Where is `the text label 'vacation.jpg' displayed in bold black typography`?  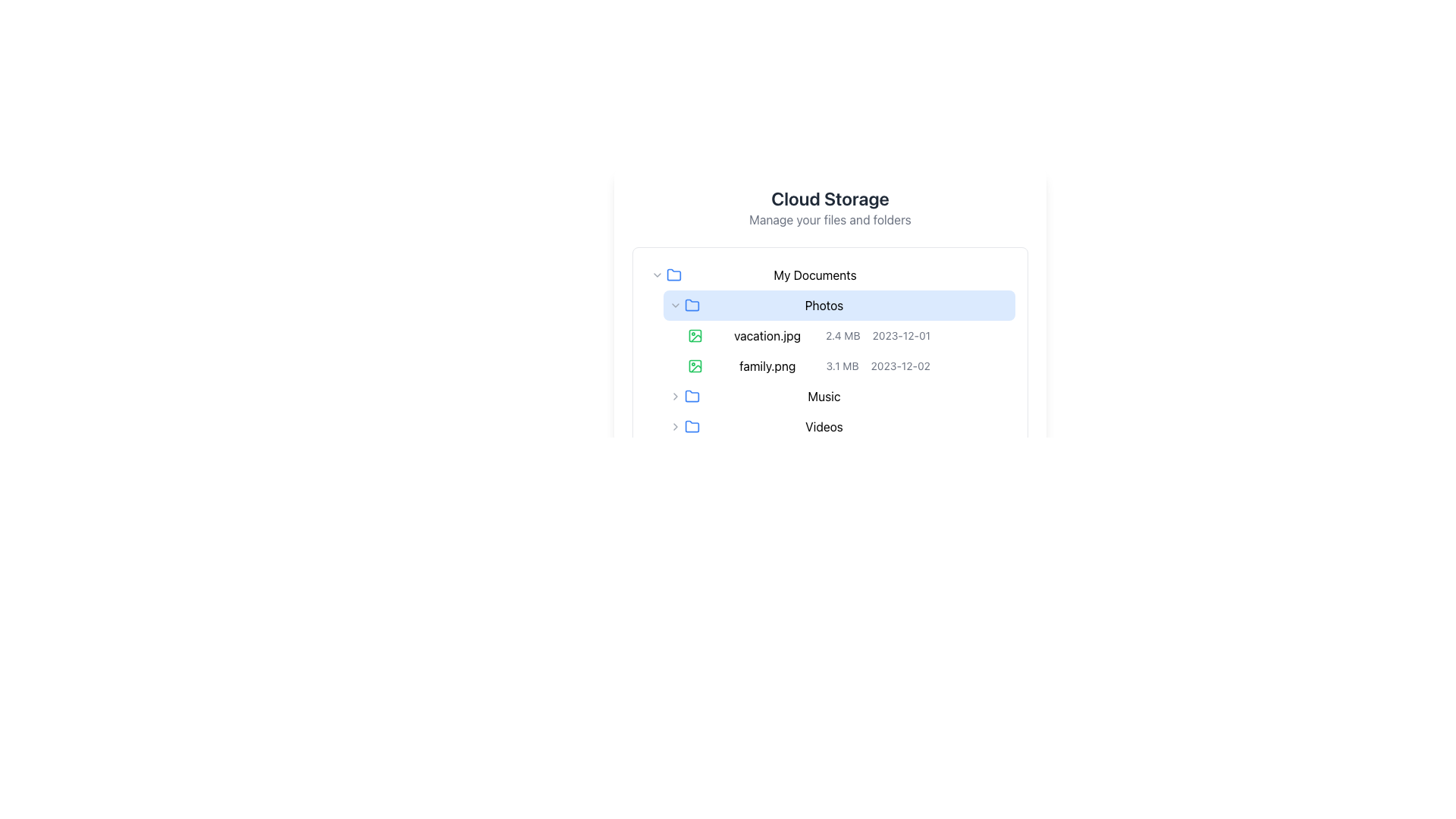
the text label 'vacation.jpg' displayed in bold black typography is located at coordinates (767, 335).